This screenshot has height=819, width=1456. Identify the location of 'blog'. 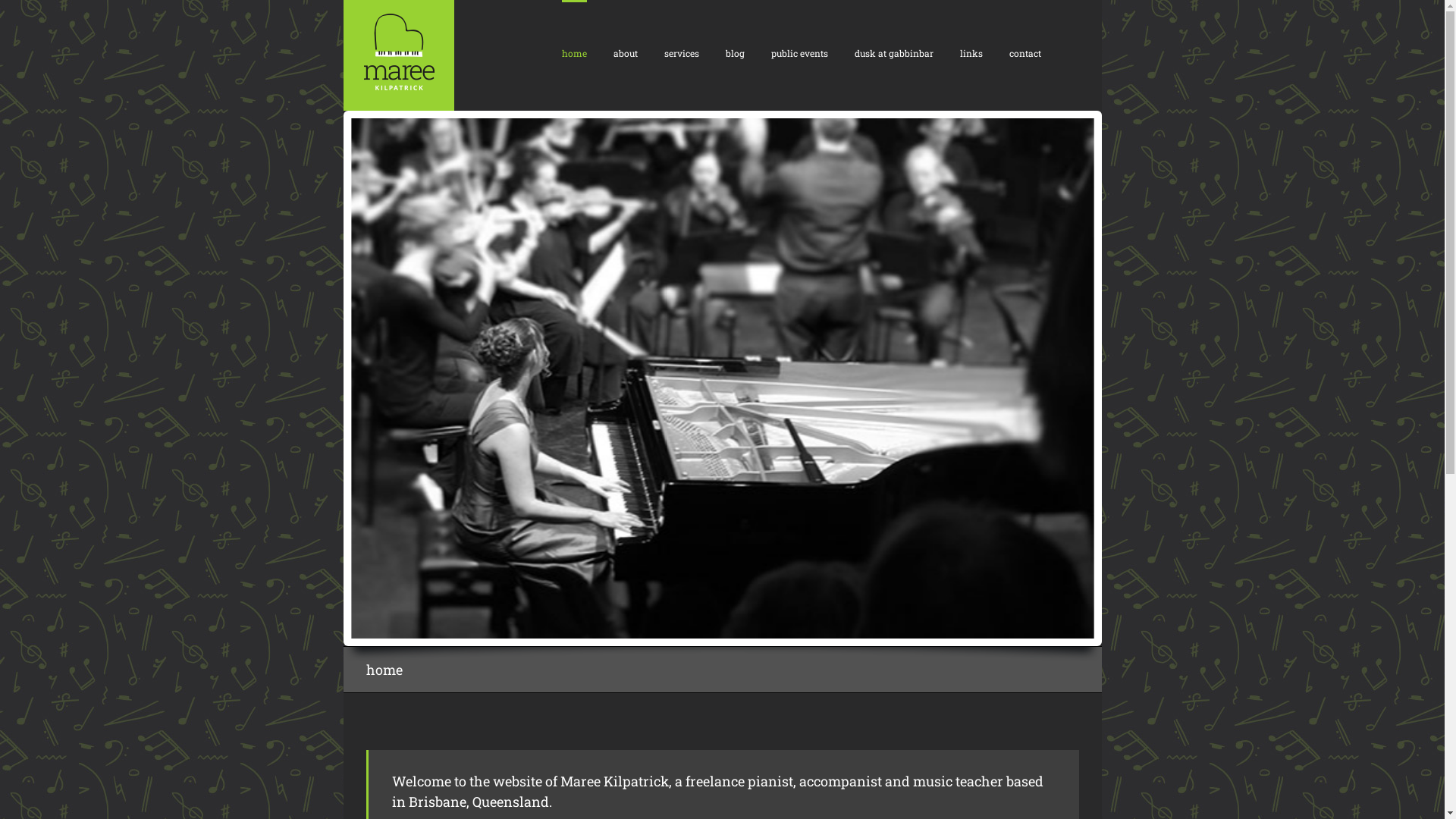
(734, 52).